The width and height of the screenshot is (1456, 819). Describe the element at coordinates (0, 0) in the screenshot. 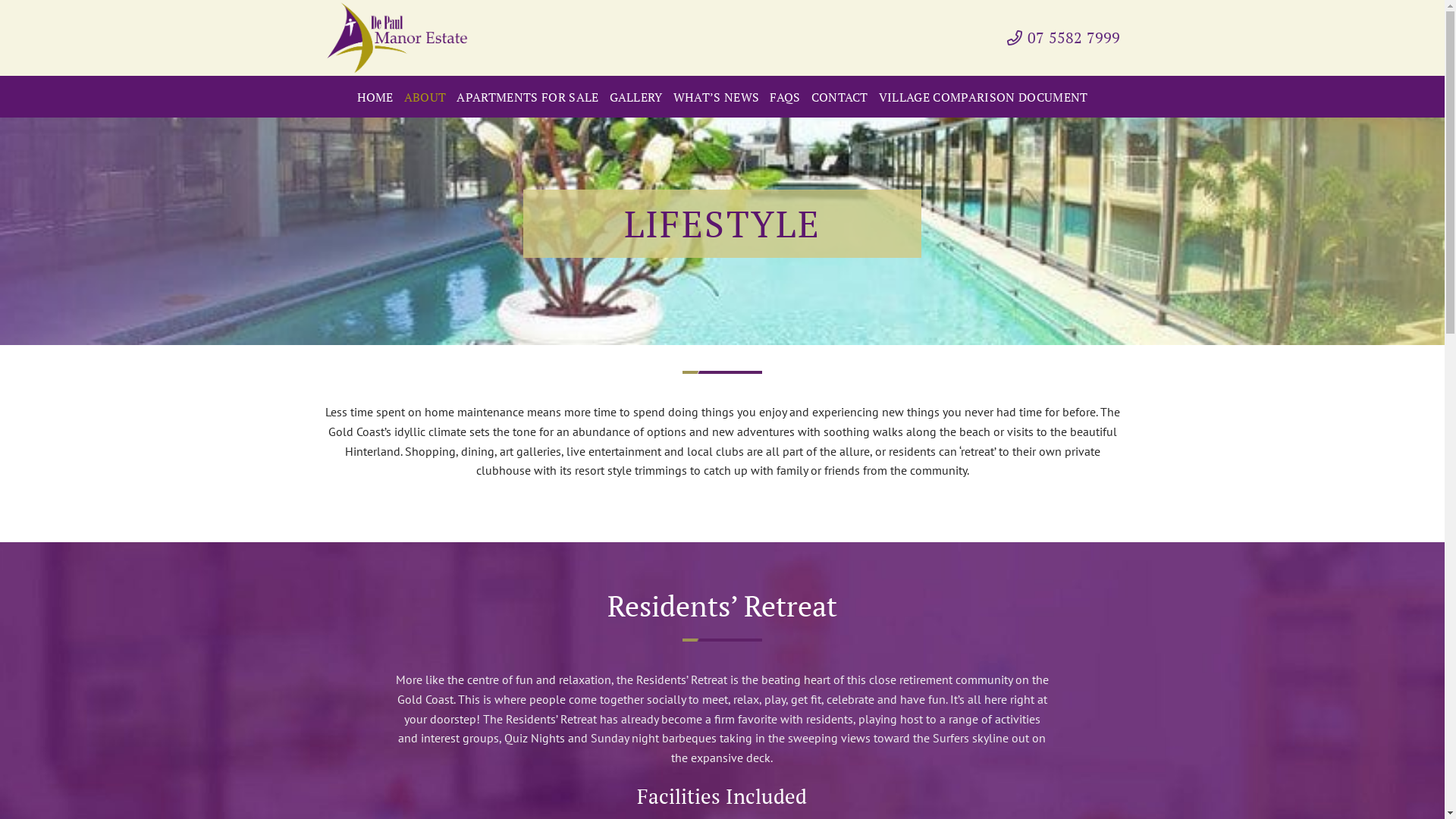

I see `'Skip to content'` at that location.